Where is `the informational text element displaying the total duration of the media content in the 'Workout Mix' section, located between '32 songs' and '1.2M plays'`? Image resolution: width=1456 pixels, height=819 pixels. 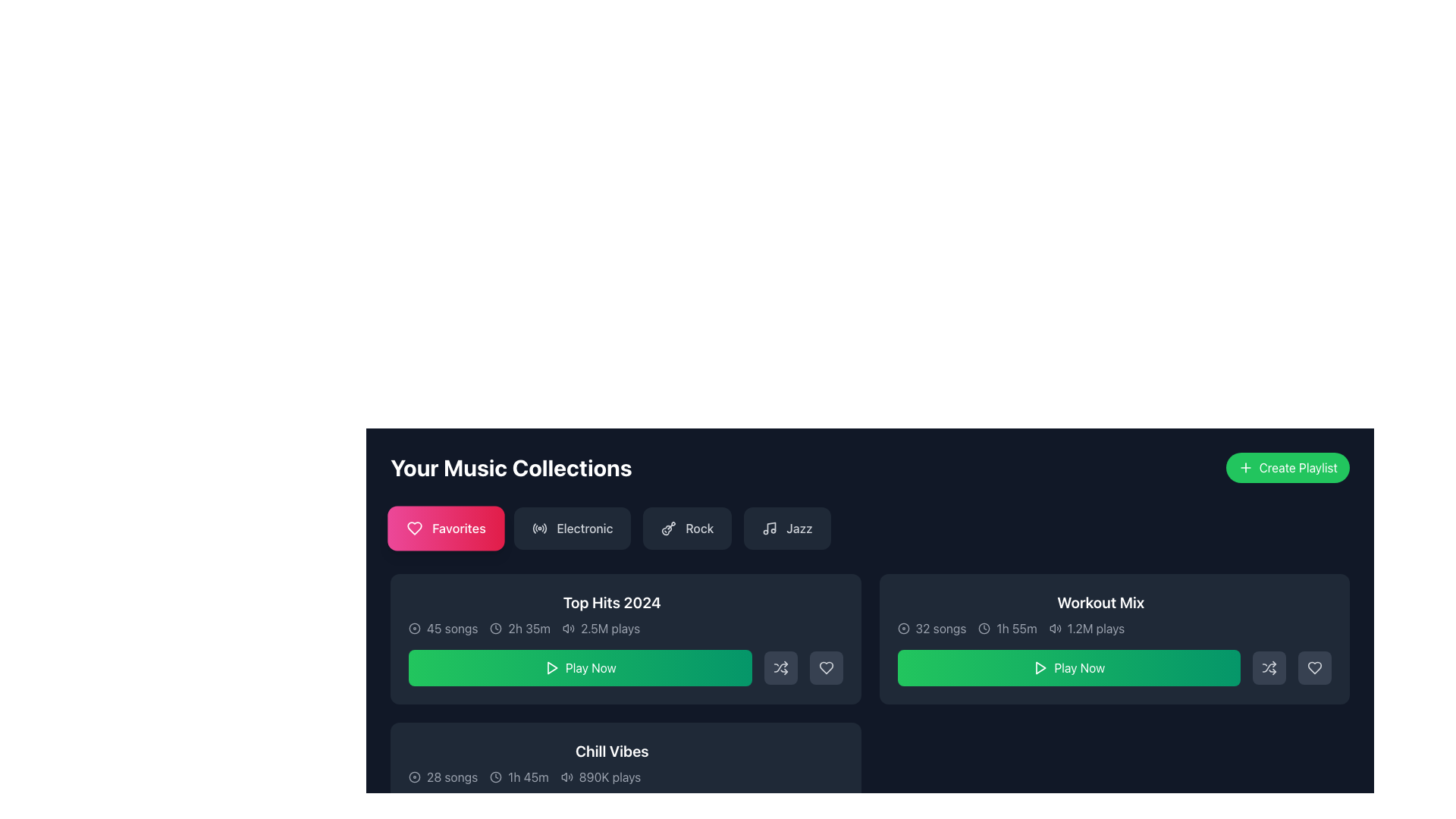
the informational text element displaying the total duration of the media content in the 'Workout Mix' section, located between '32 songs' and '1.2M plays' is located at coordinates (1008, 629).